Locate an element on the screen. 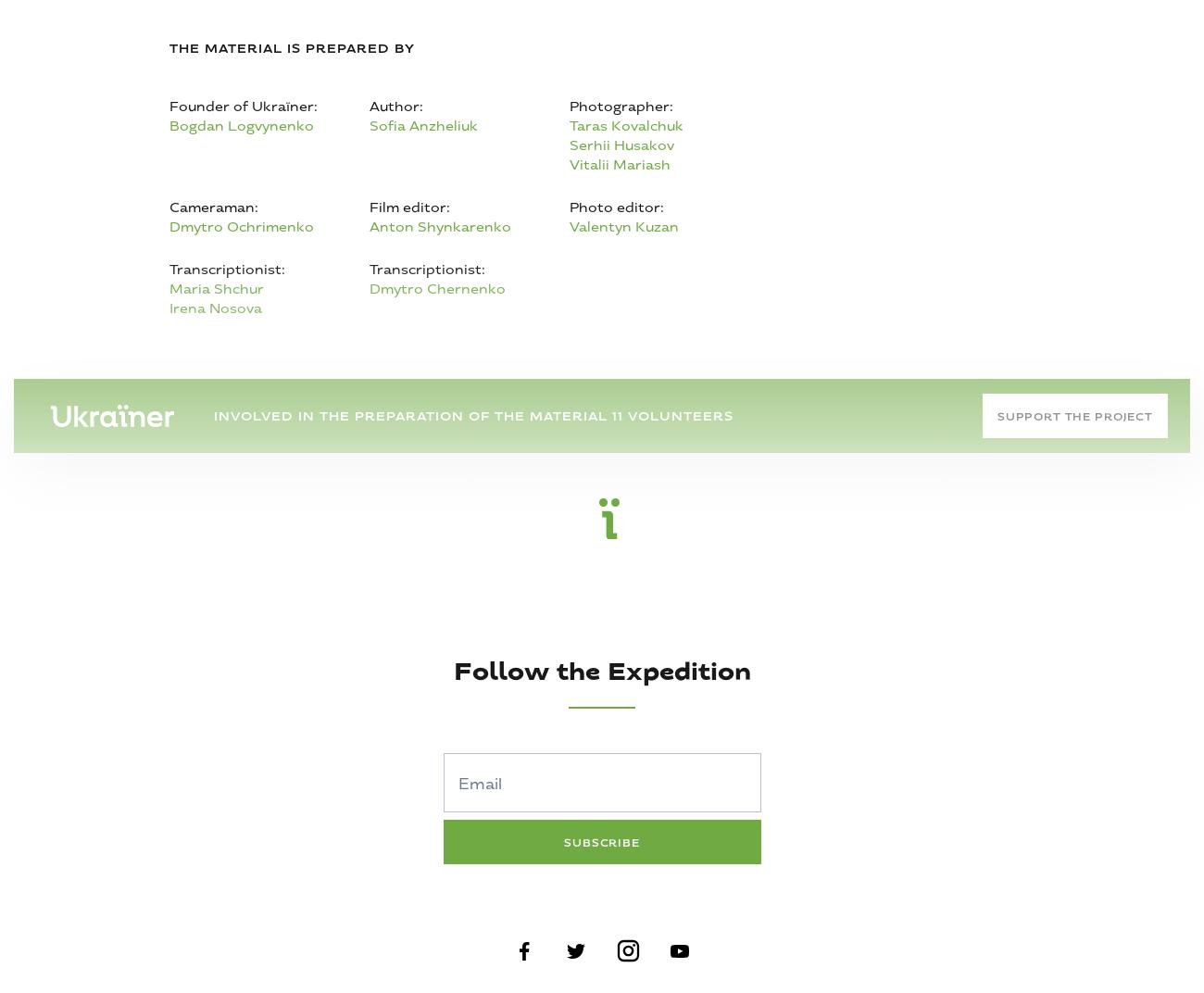  'Irena Nosova' is located at coordinates (214, 308).